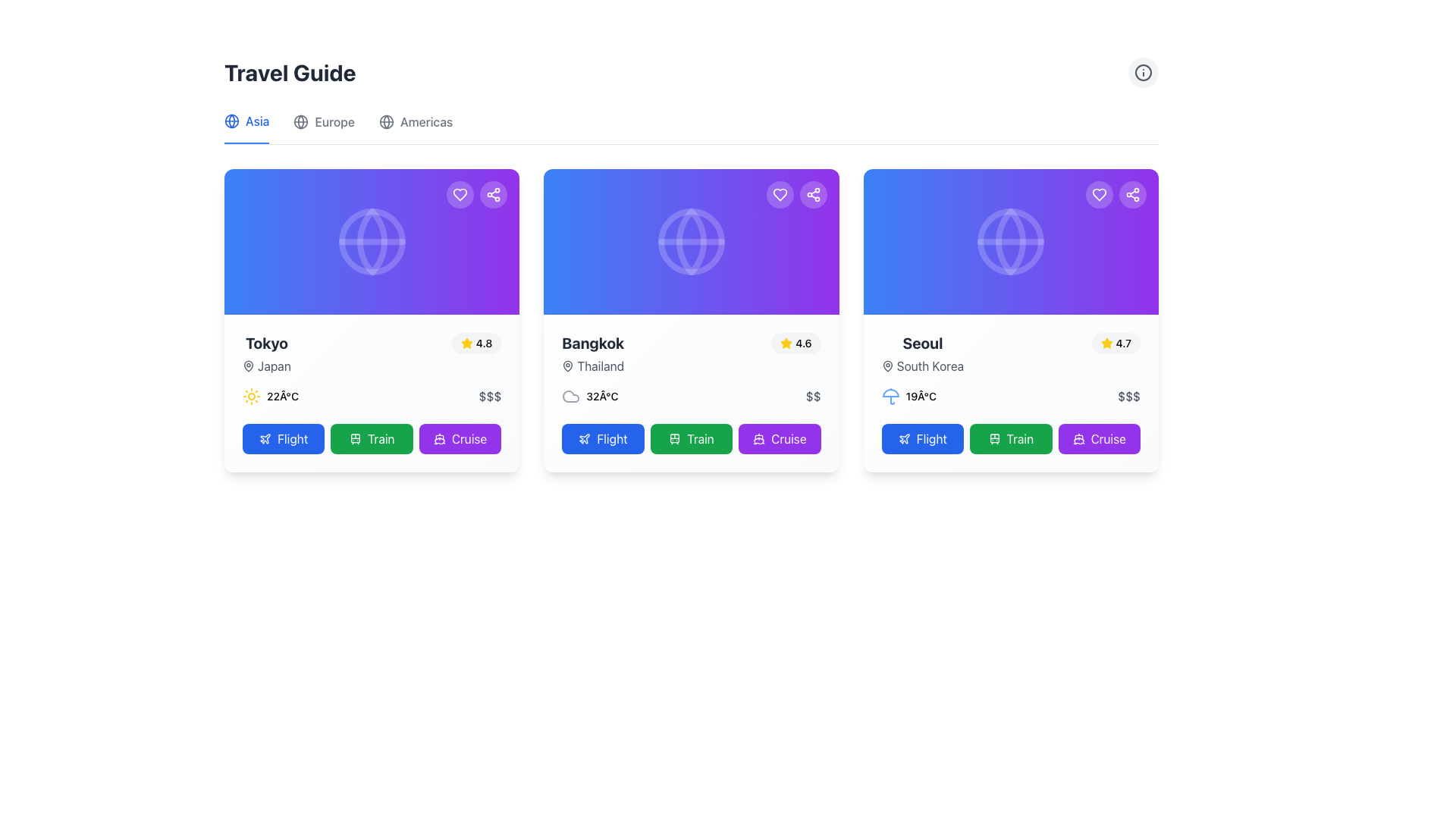 The width and height of the screenshot is (1456, 819). Describe the element at coordinates (1123, 343) in the screenshot. I see `the unique text label displaying the rating '4.7' in bold font located at the top-right corner of the 'Seoul' card` at that location.